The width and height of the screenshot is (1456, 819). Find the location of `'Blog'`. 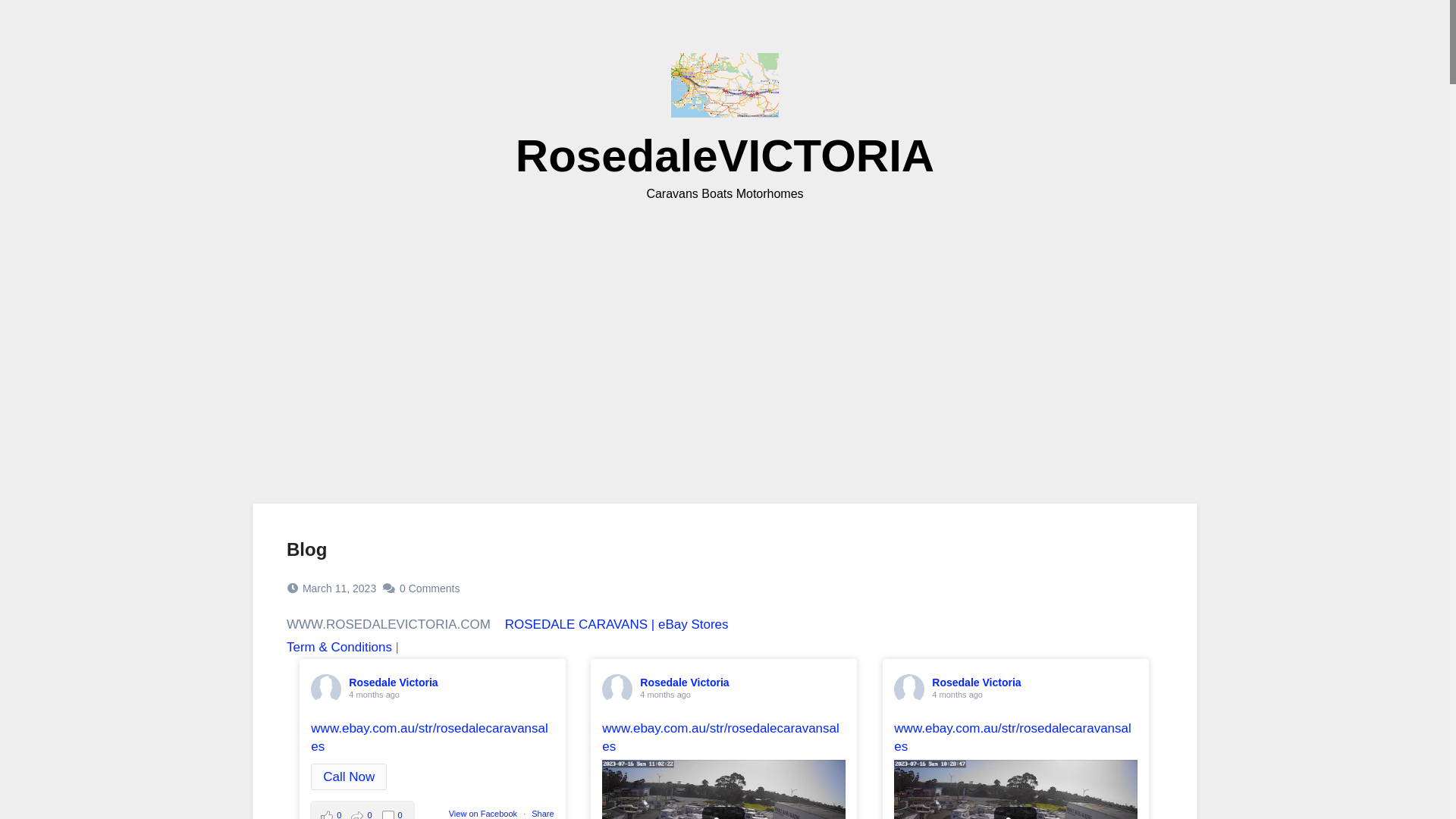

'Blog' is located at coordinates (306, 549).